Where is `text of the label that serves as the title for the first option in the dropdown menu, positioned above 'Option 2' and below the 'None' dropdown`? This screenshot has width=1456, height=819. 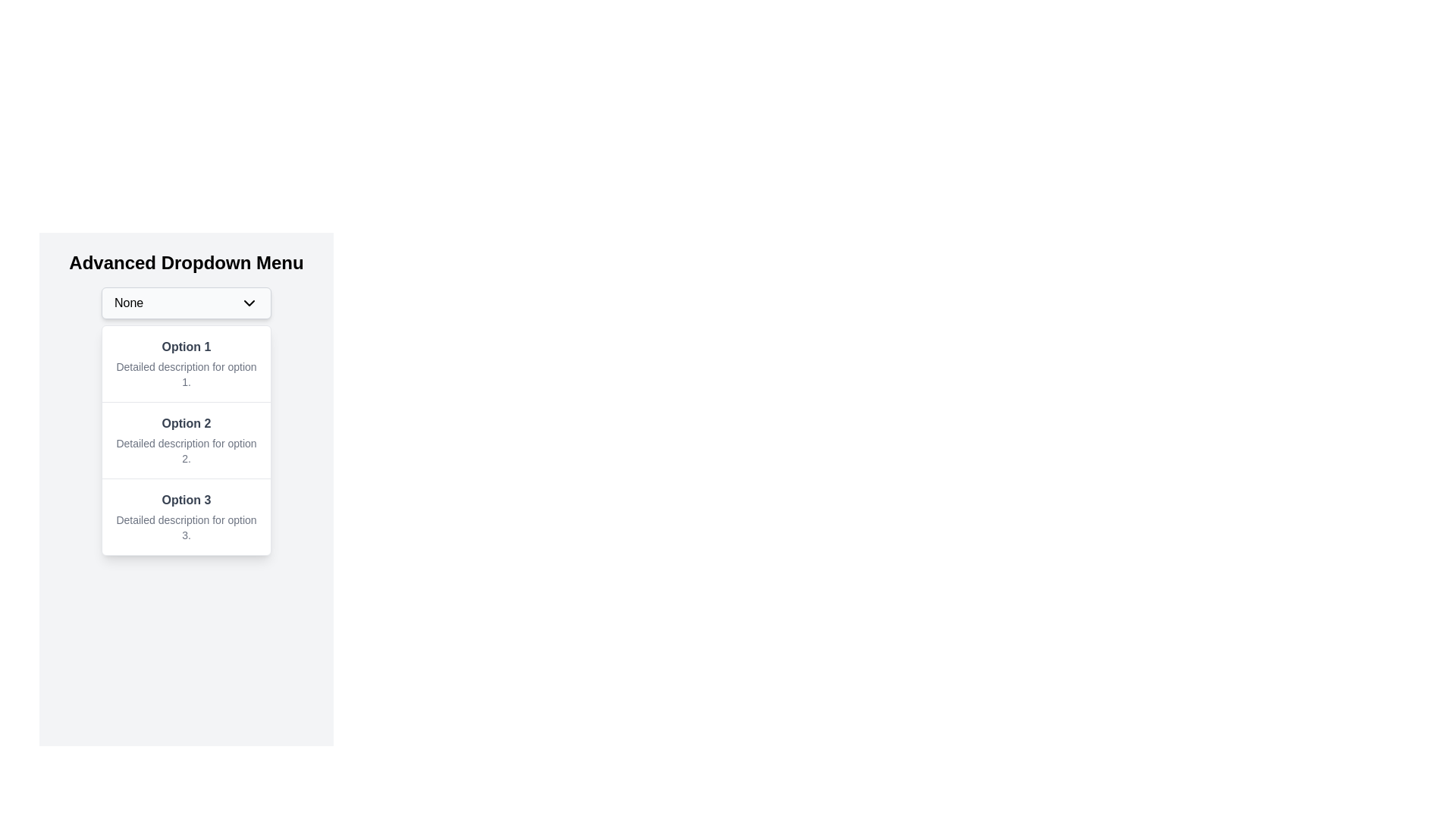 text of the label that serves as the title for the first option in the dropdown menu, positioned above 'Option 2' and below the 'None' dropdown is located at coordinates (185, 347).